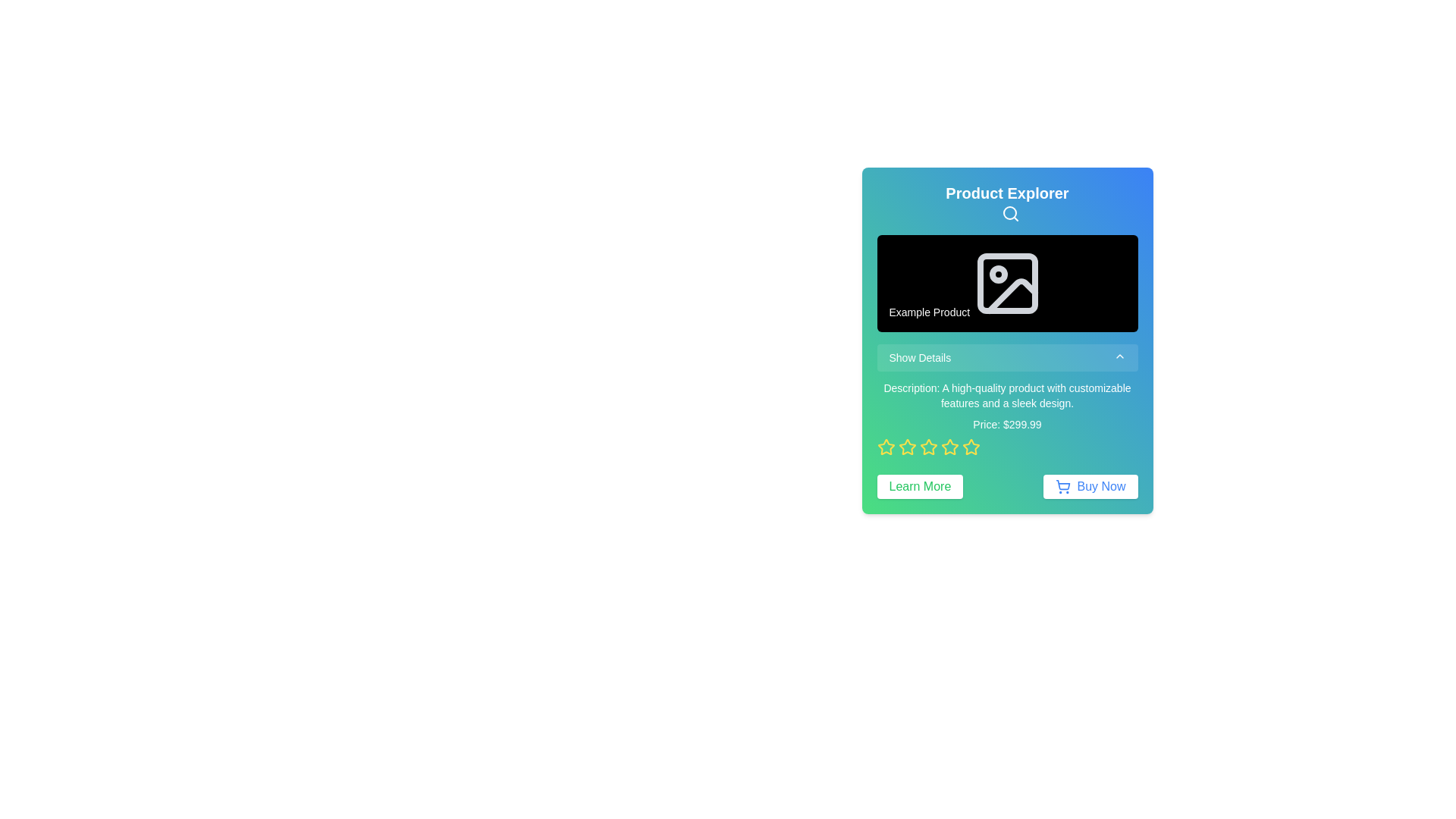 This screenshot has height=819, width=1456. I want to click on the sixth star icon in the horizontal sequence of eight rating stars, located below the product description and price in the card layout, so click(971, 446).